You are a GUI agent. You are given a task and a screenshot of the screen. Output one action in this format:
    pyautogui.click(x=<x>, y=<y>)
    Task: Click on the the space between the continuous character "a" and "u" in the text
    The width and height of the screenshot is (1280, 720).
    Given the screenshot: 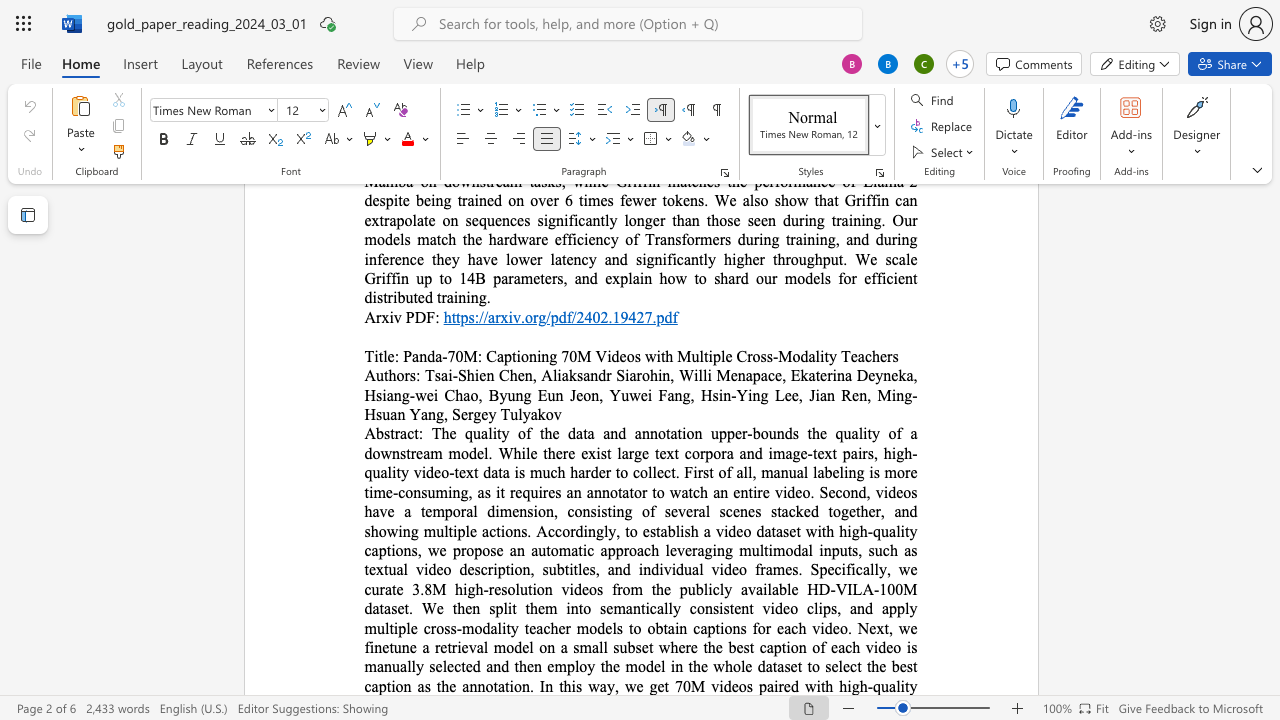 What is the action you would take?
    pyautogui.click(x=538, y=550)
    